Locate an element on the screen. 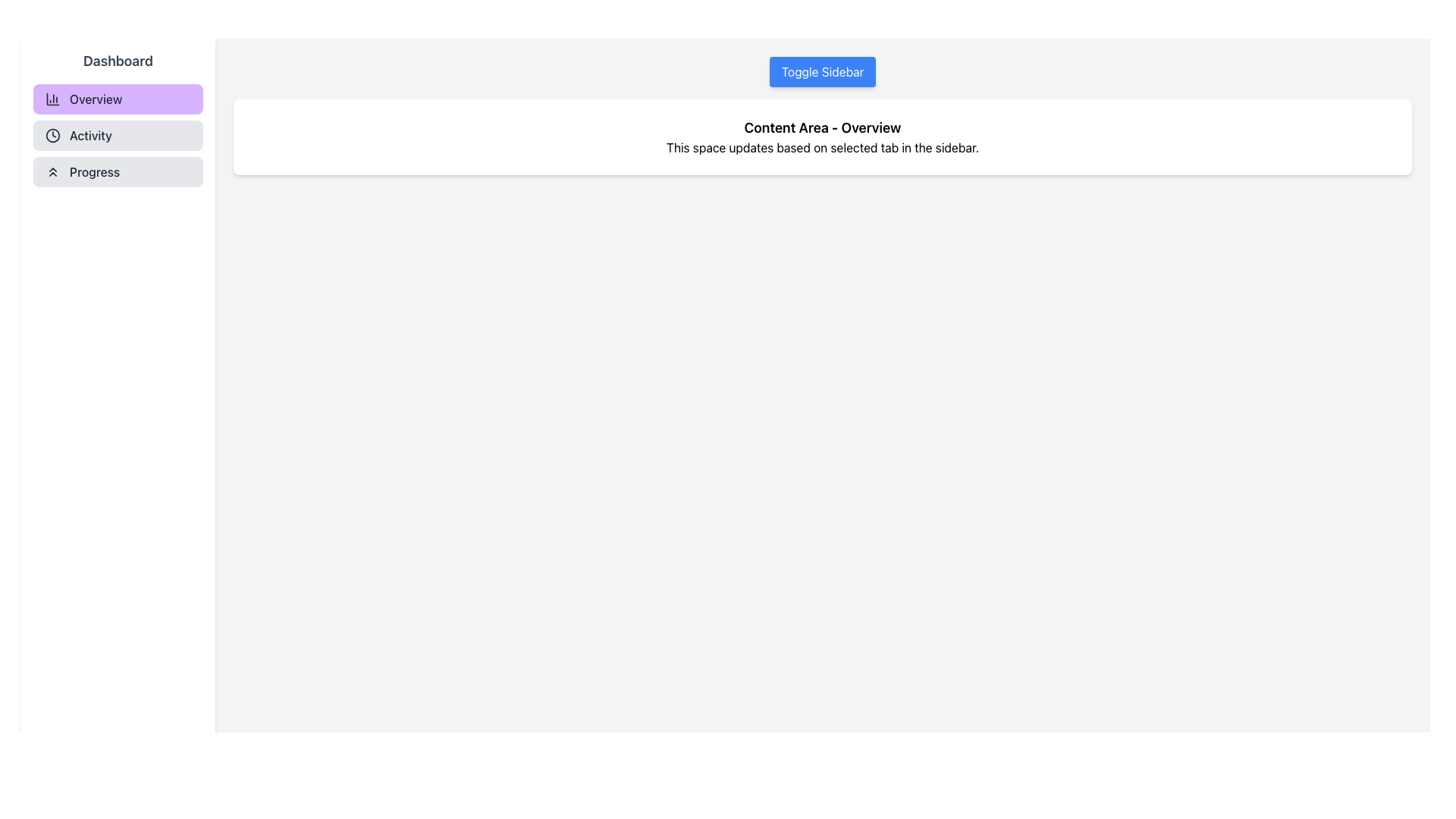 This screenshot has width=1456, height=819. text label located to the right of the clock icon, which is part of the second sidebar navigation item below the 'Overview' option is located at coordinates (89, 134).